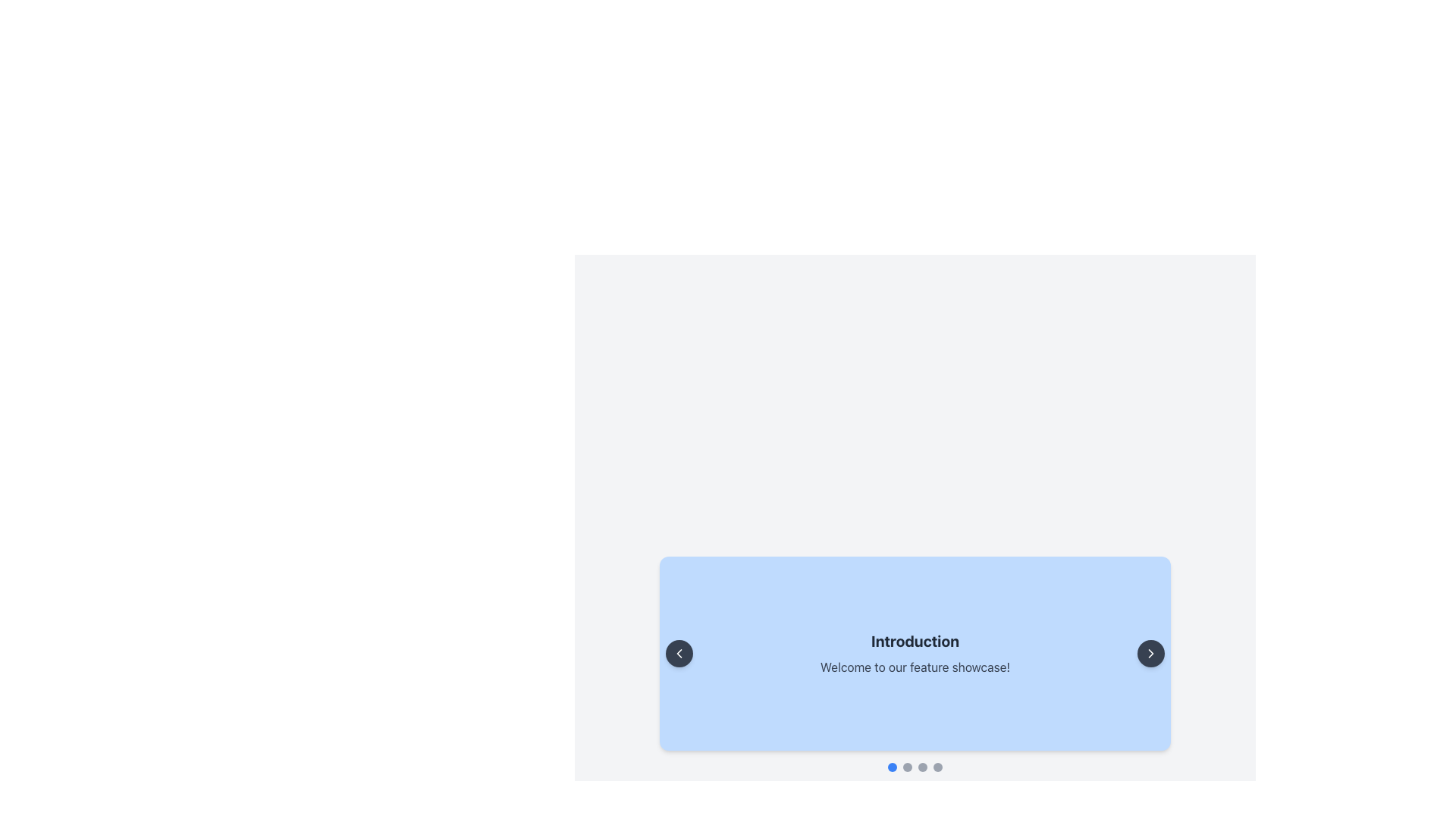 The width and height of the screenshot is (1456, 819). I want to click on the second circular navigation indicator, which is a gray dot among four horizontally aligned dots located beneath the main content area, so click(907, 767).